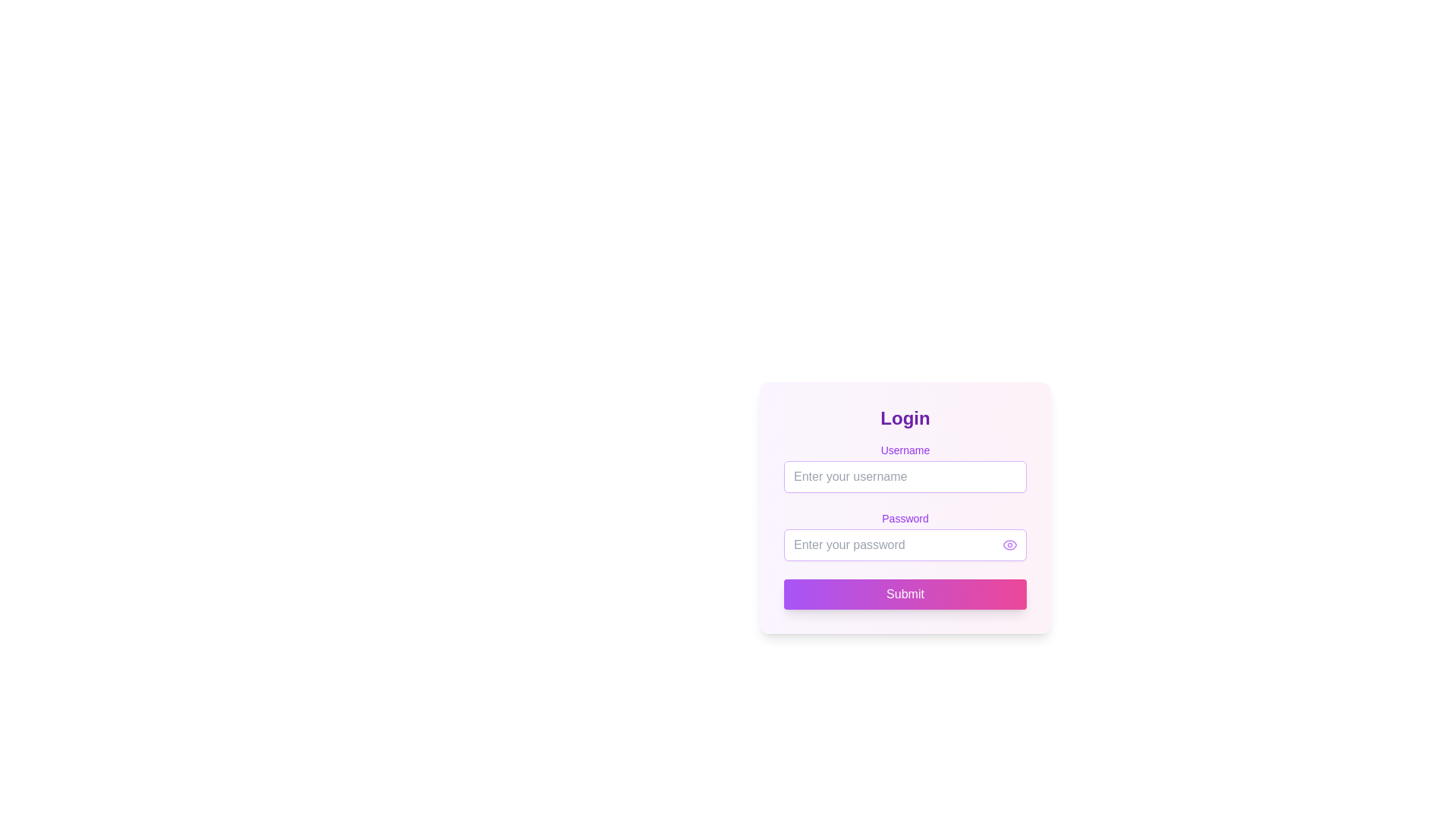 This screenshot has height=819, width=1456. Describe the element at coordinates (905, 510) in the screenshot. I see `the text label indicating the password field in the login form, which is positioned directly below the 'Username' input field` at that location.